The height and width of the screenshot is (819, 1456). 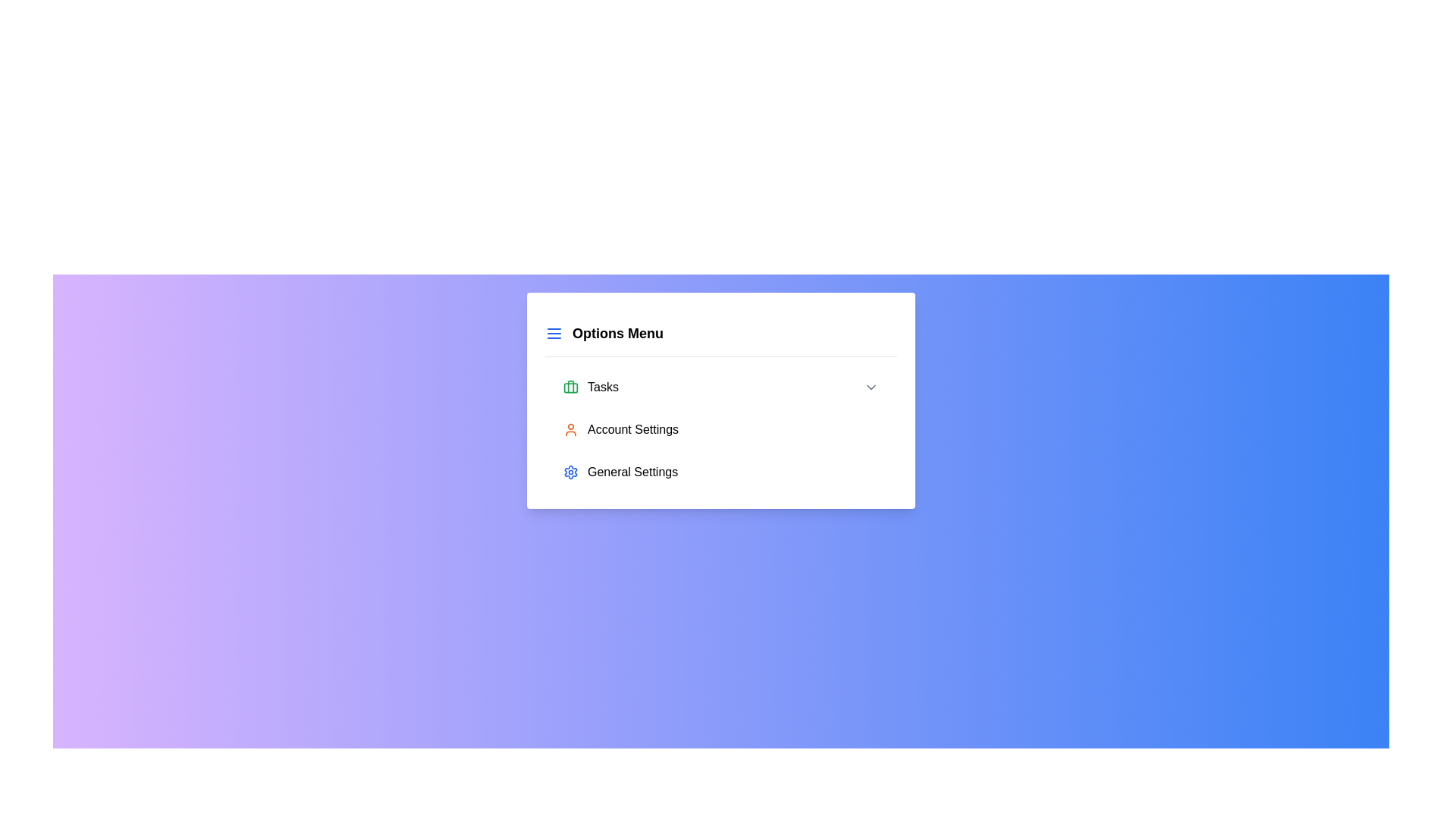 I want to click on the third menu option labeled 'General Settings', so click(x=720, y=472).